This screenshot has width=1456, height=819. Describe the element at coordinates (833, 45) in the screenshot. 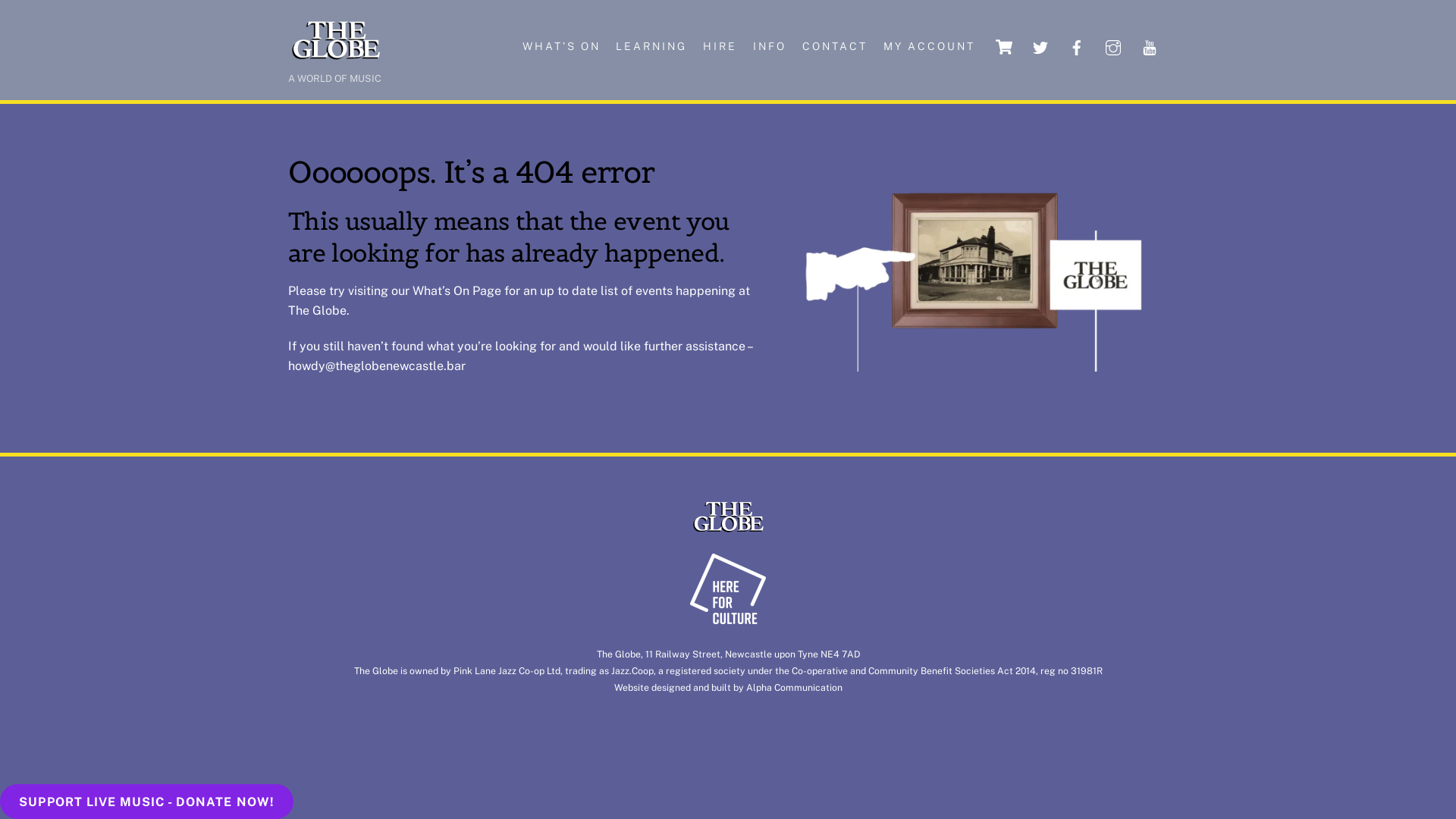

I see `'CONTACT'` at that location.